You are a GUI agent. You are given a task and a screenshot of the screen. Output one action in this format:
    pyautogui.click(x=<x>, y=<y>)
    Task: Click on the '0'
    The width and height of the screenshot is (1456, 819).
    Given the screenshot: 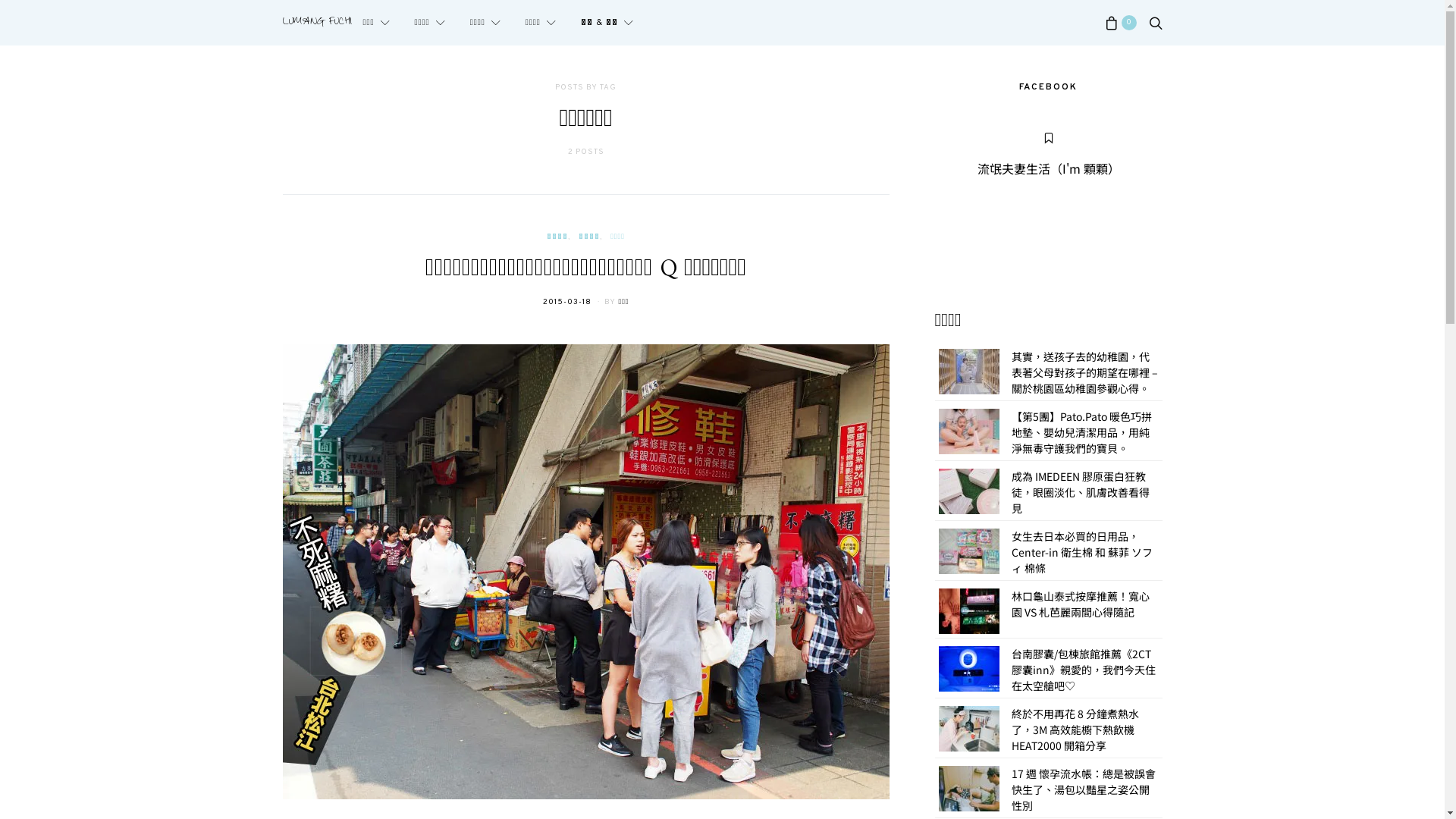 What is the action you would take?
    pyautogui.click(x=1103, y=23)
    